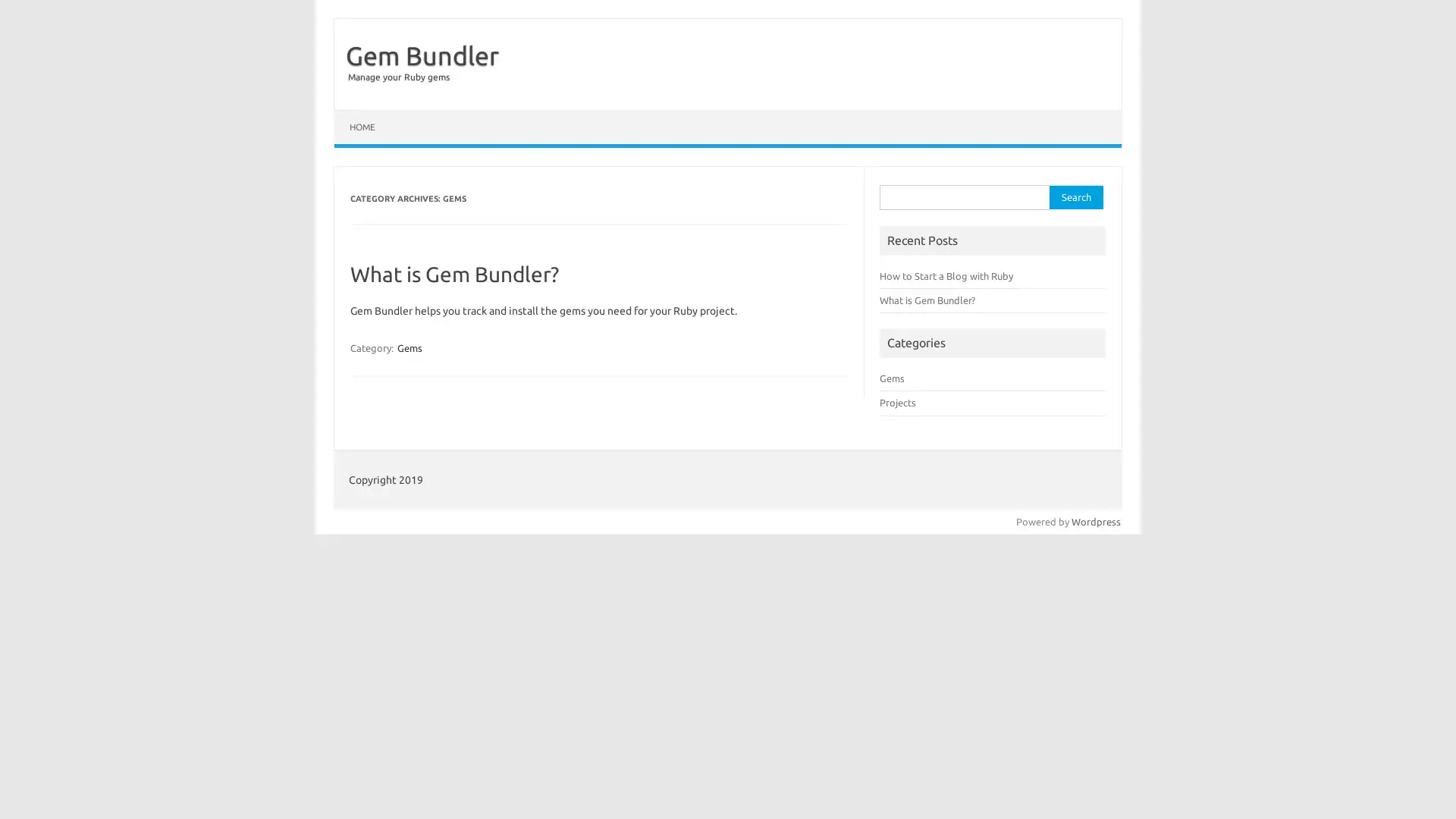  Describe the element at coordinates (1075, 196) in the screenshot. I see `Search` at that location.